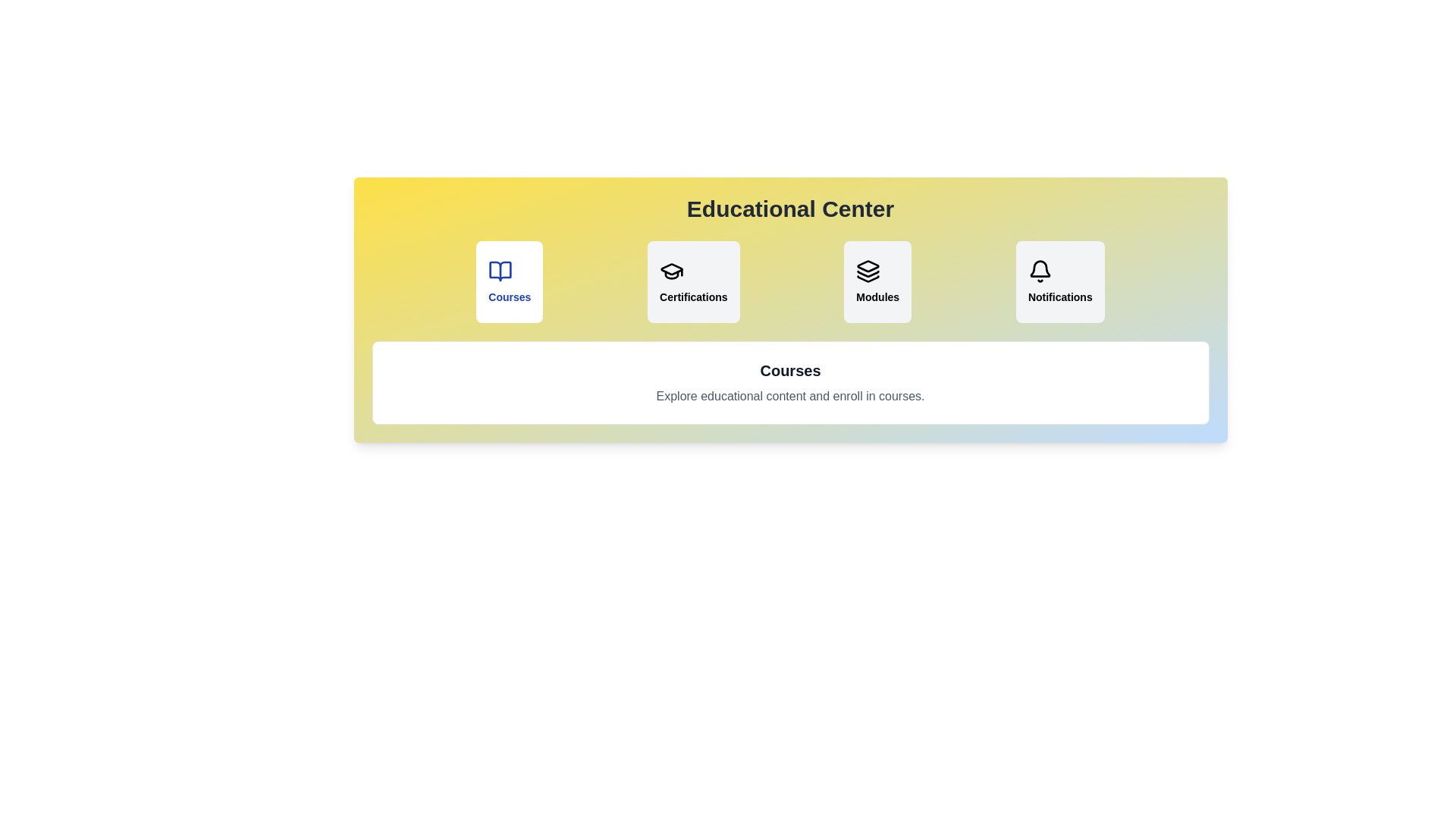 This screenshot has width=1456, height=819. I want to click on the tab labeled 'Courses' to observe the hover effect, so click(510, 281).